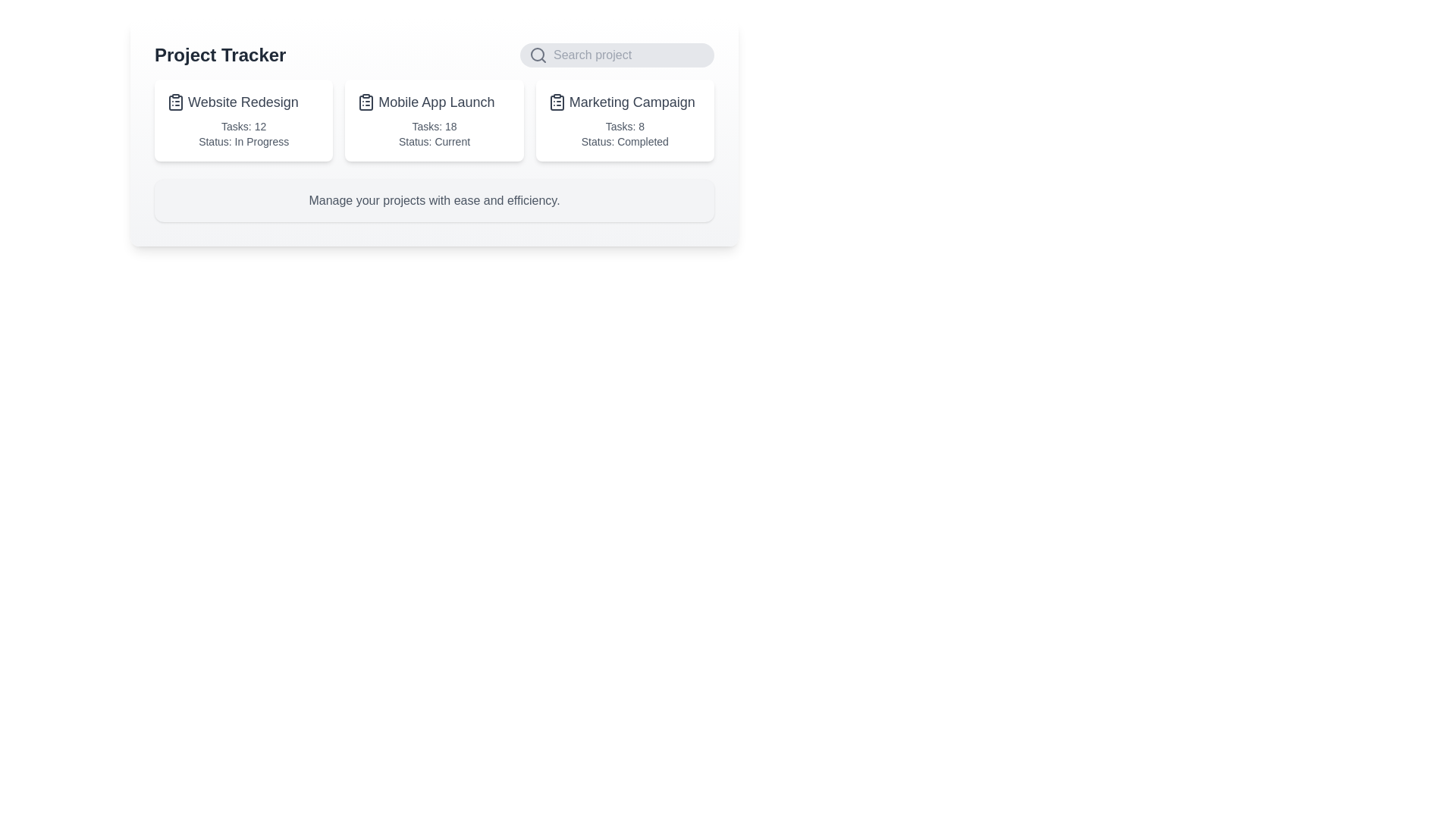 This screenshot has height=819, width=1456. What do you see at coordinates (433, 200) in the screenshot?
I see `the static text label that says 'Manage your projects with ease and efficiency.' which is styled in gray and located in a light gray rounded box near the center of the UI` at bounding box center [433, 200].